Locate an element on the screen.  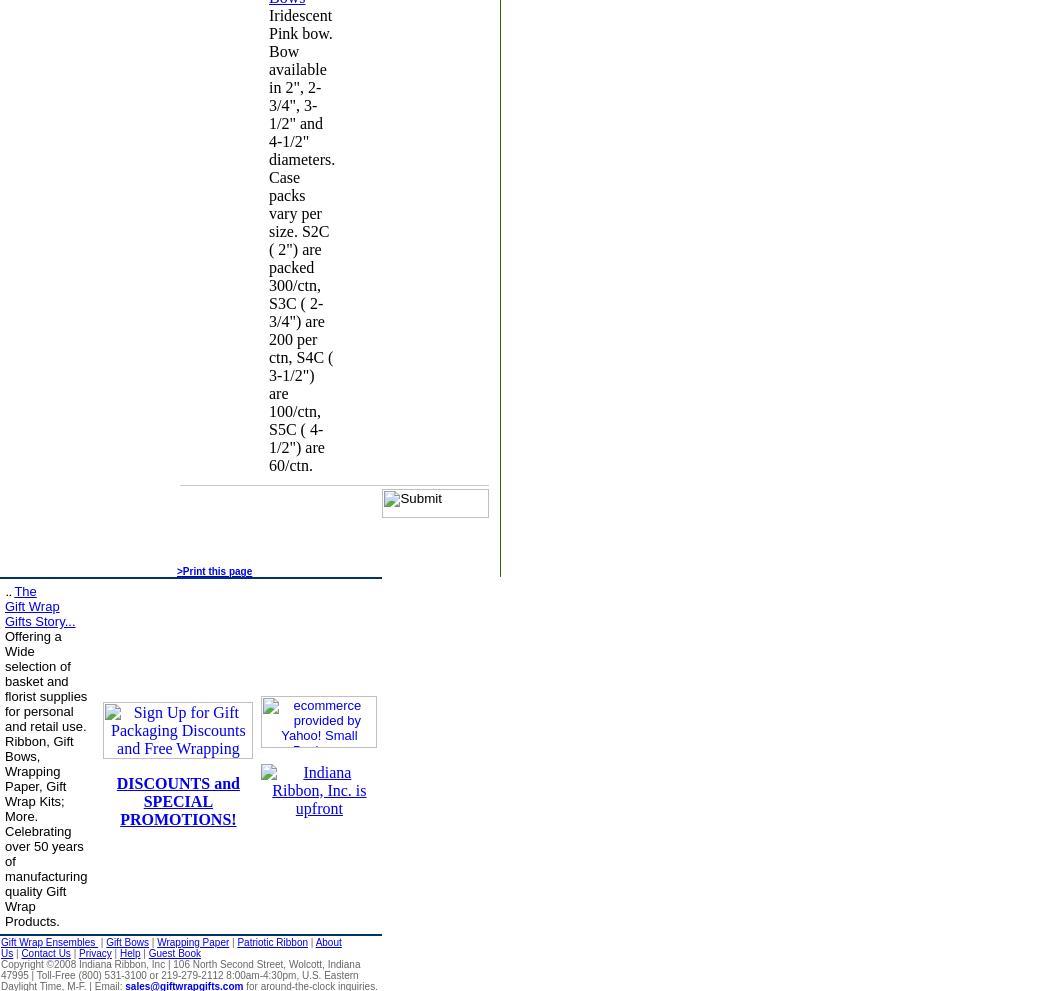
'Gift Bows' is located at coordinates (127, 941).